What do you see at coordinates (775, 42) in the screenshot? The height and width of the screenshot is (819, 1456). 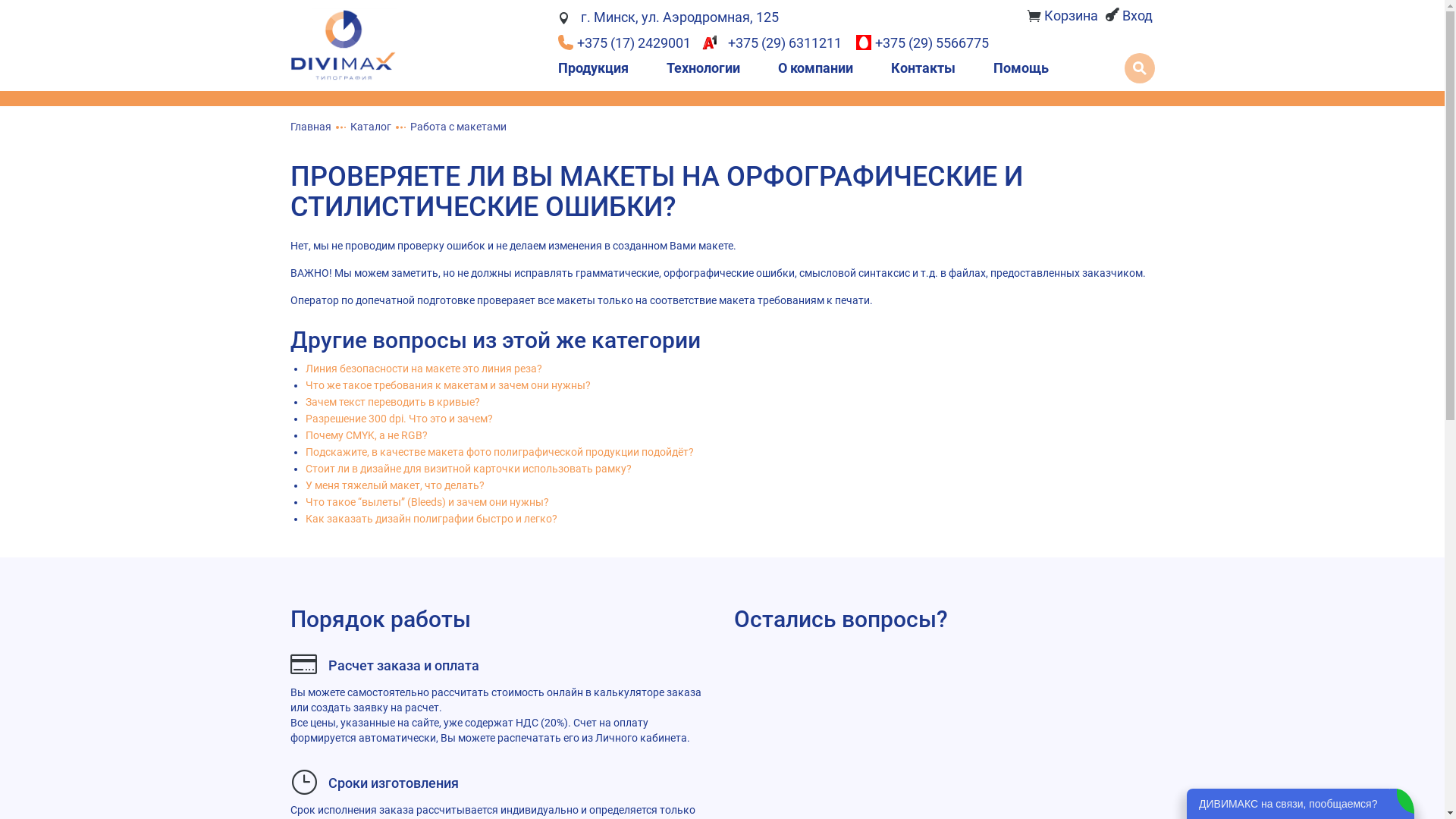 I see `'+375 (29) 6311211'` at bounding box center [775, 42].